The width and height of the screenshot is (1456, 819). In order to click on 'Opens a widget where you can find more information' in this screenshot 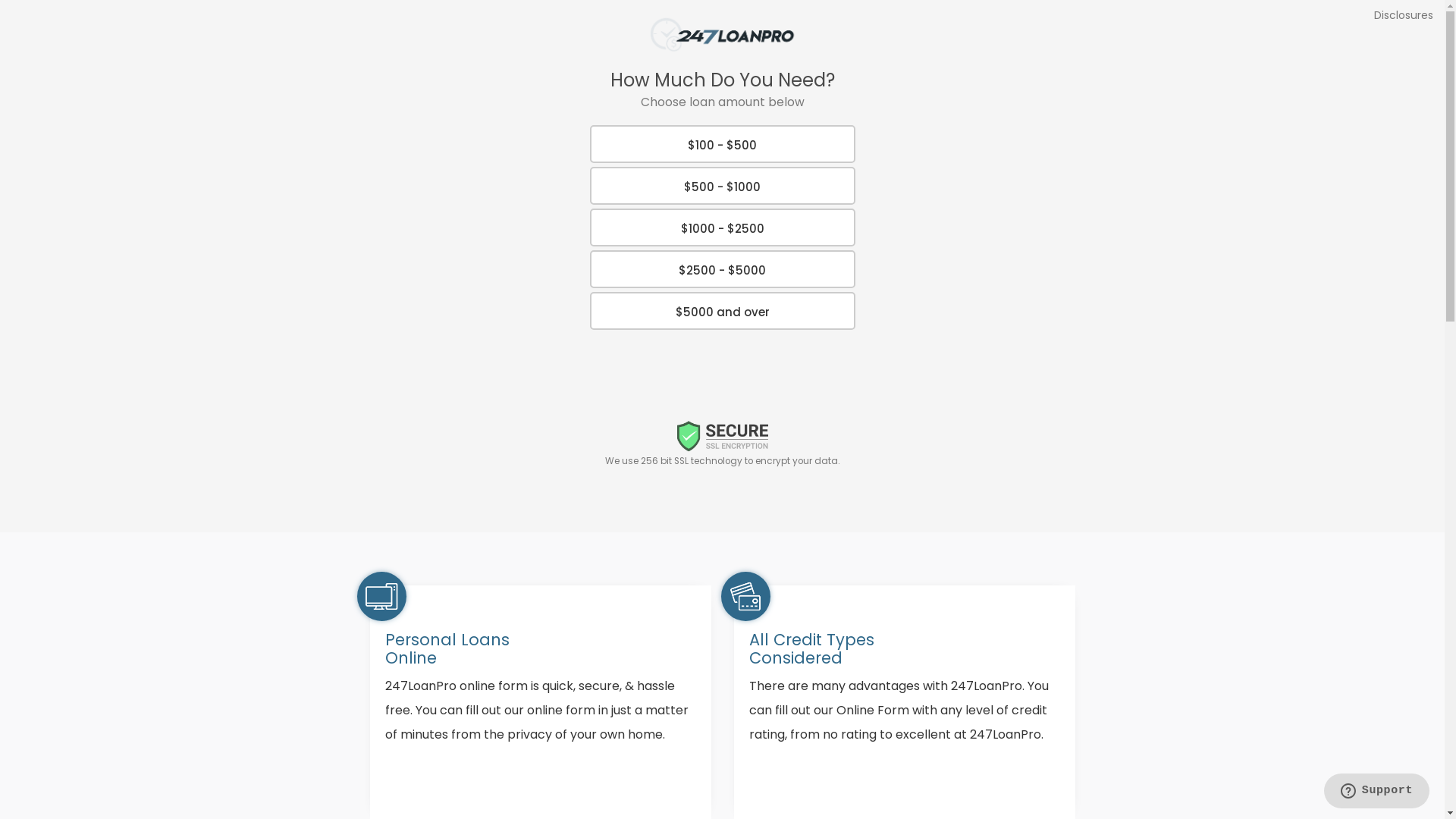, I will do `click(1376, 792)`.